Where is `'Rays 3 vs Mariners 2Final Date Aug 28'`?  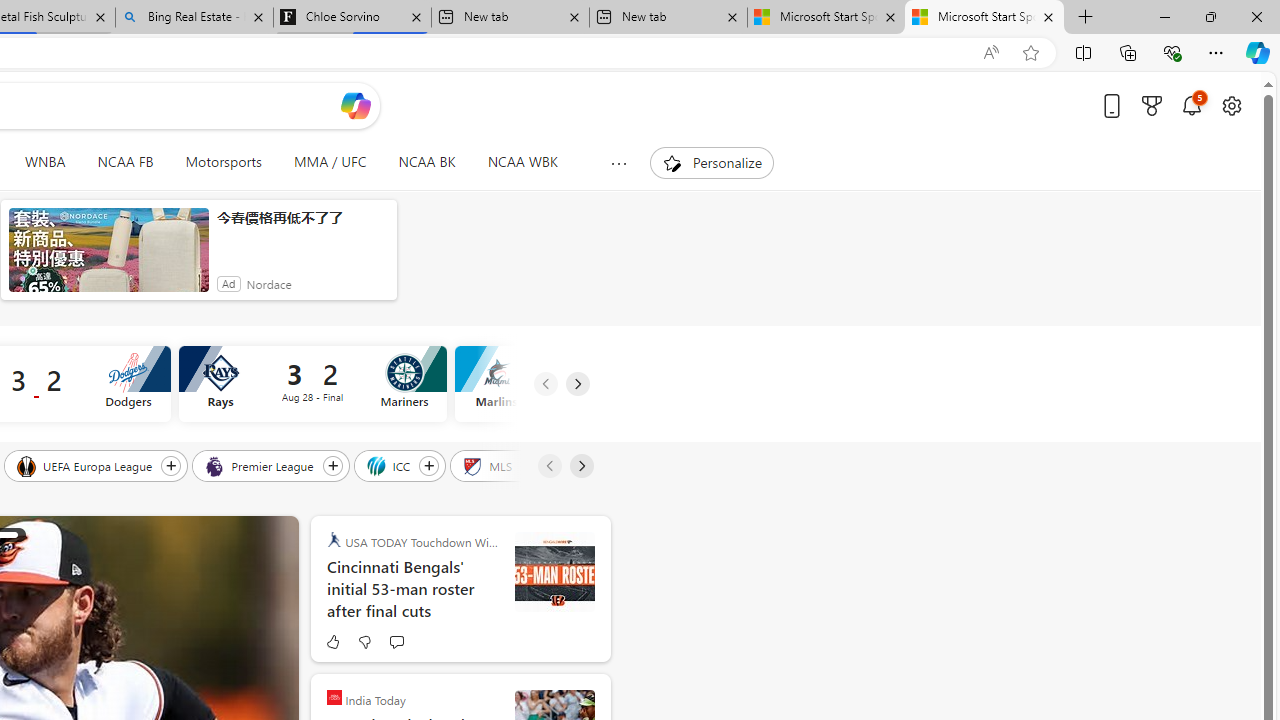
'Rays 3 vs Mariners 2Final Date Aug 28' is located at coordinates (311, 384).